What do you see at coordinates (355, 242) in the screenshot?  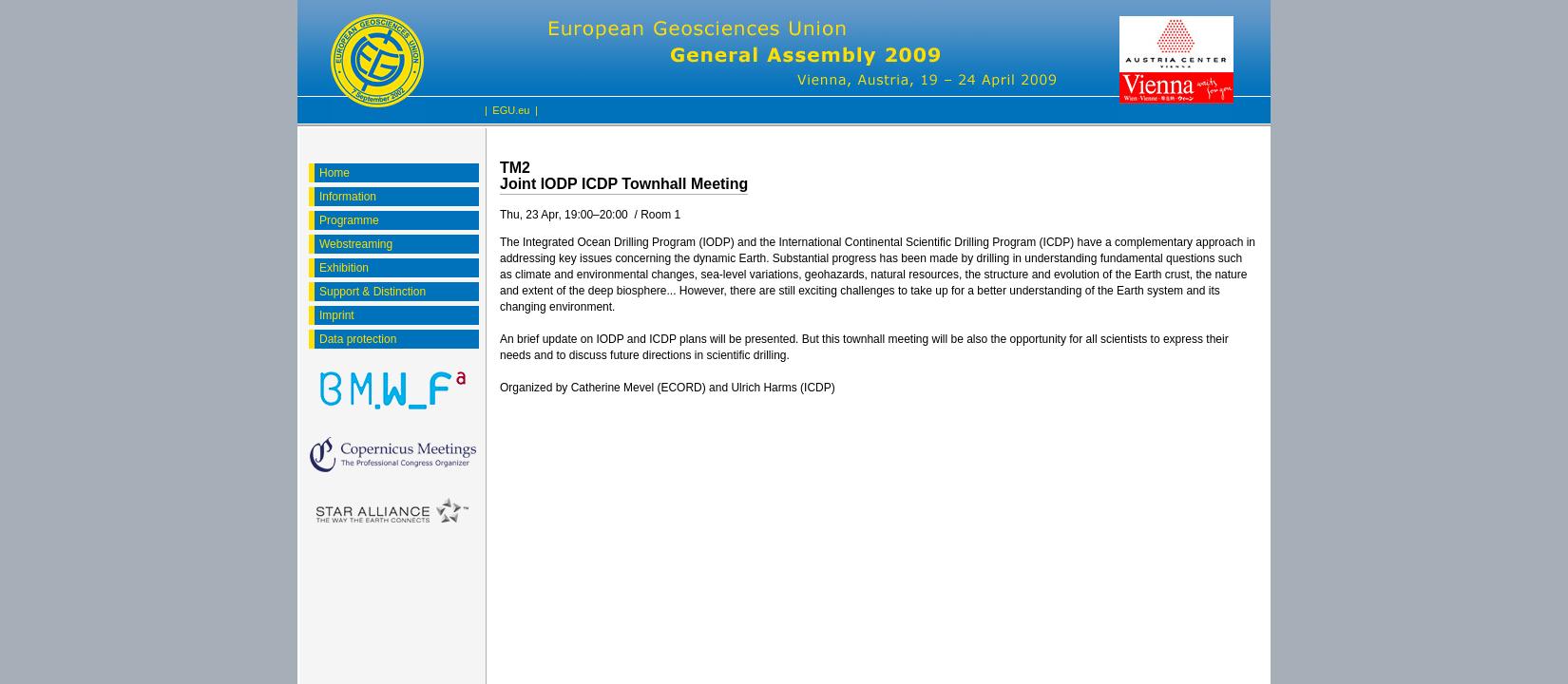 I see `'Webstreaming'` at bounding box center [355, 242].